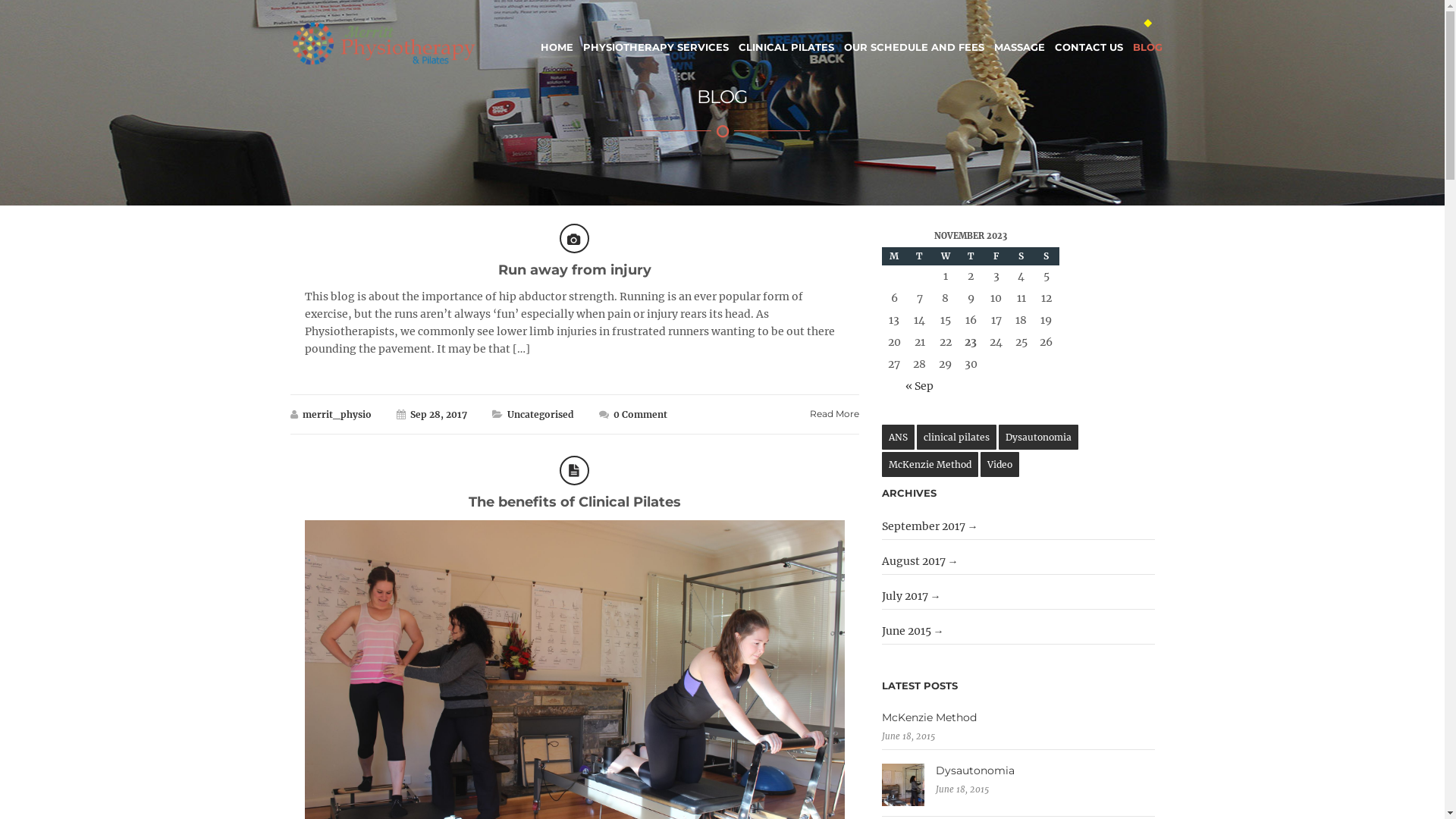 The image size is (1456, 819). I want to click on 'Dysautonomia', so click(1018, 770).